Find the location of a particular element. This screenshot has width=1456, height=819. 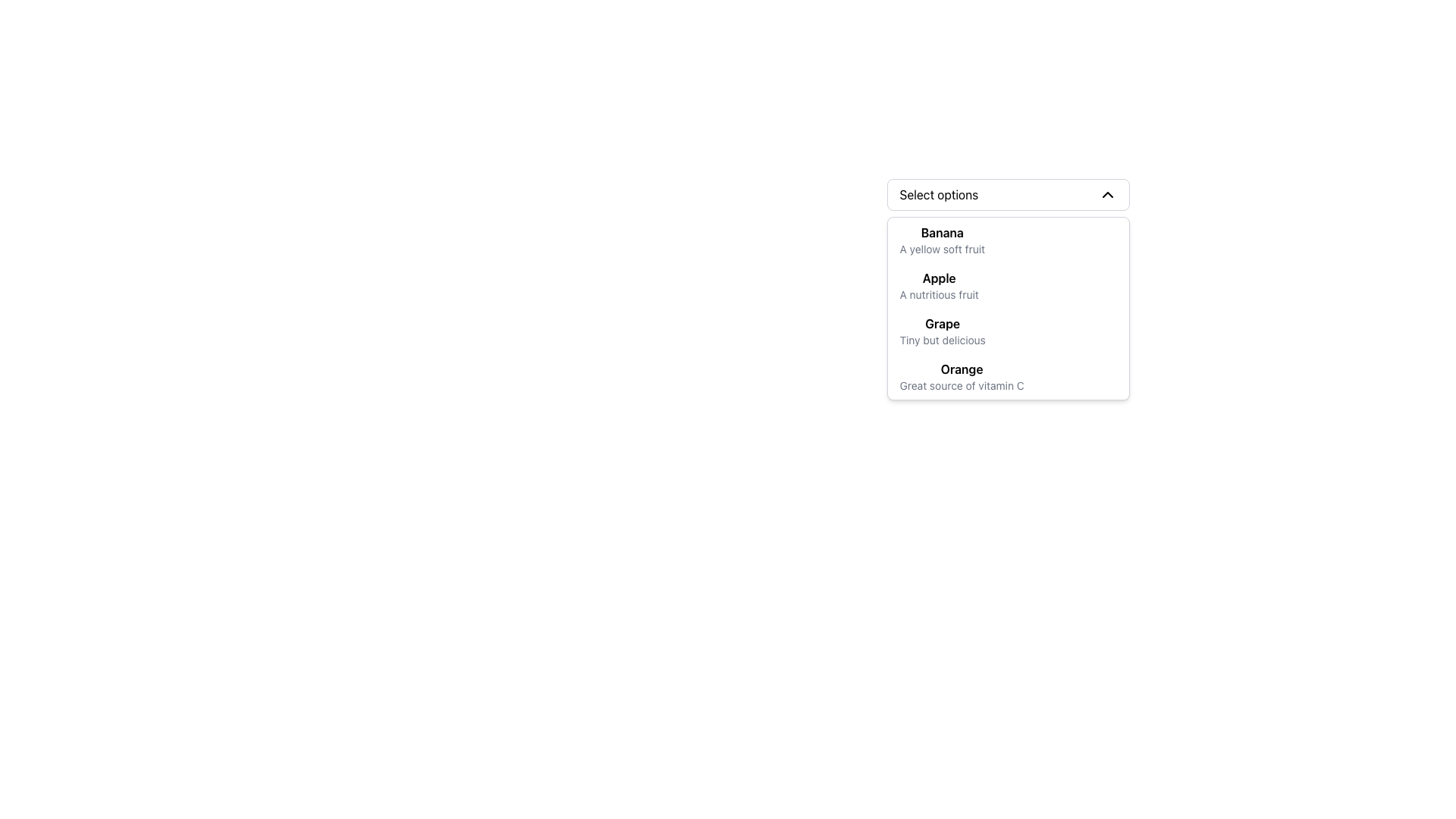

the Dropdown trigger button located at the top of the dropdown menu is located at coordinates (1008, 194).